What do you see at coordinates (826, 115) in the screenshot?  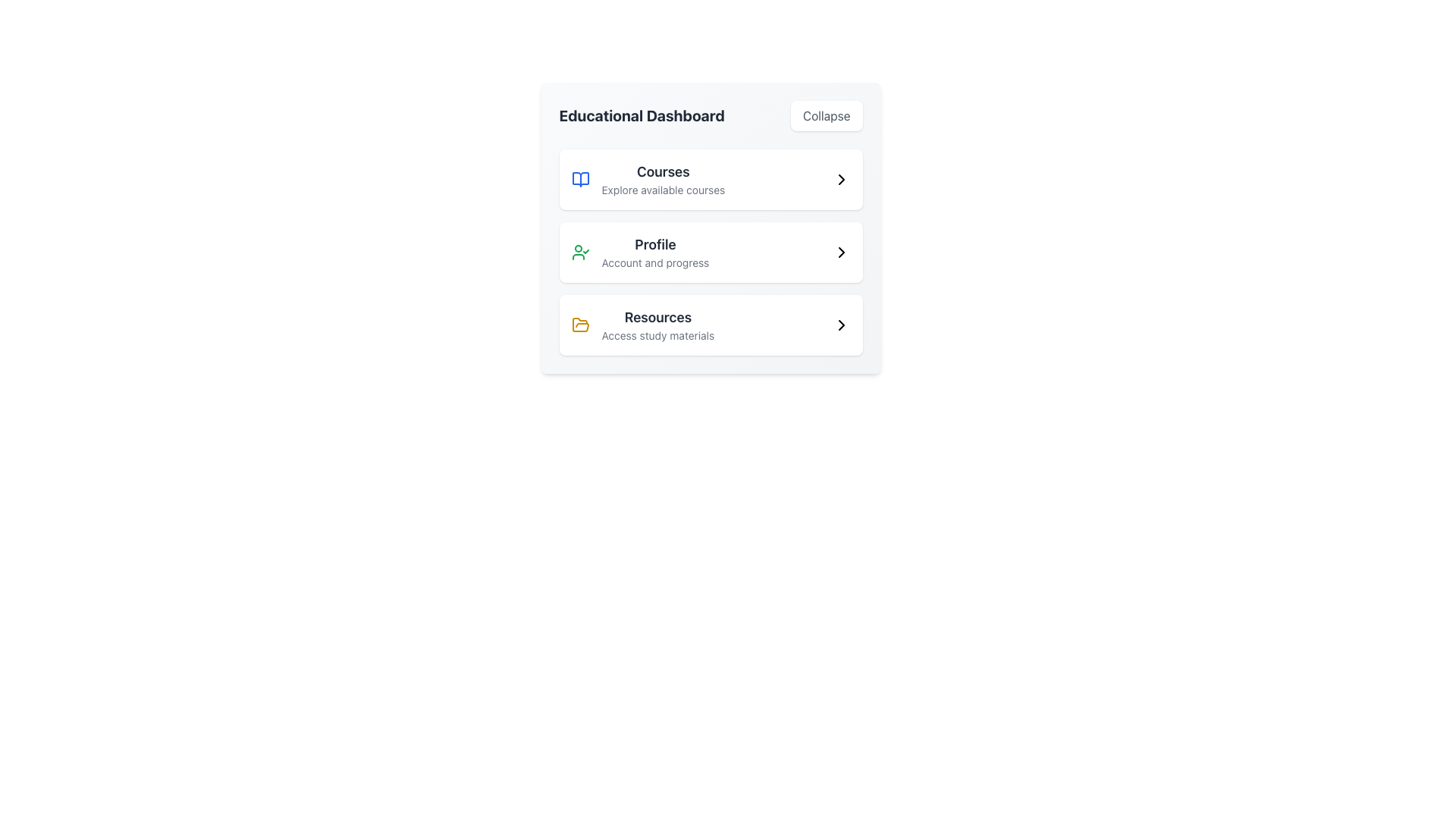 I see `the button located on the top-right corner of the 'Educational Dashboard' section` at bounding box center [826, 115].